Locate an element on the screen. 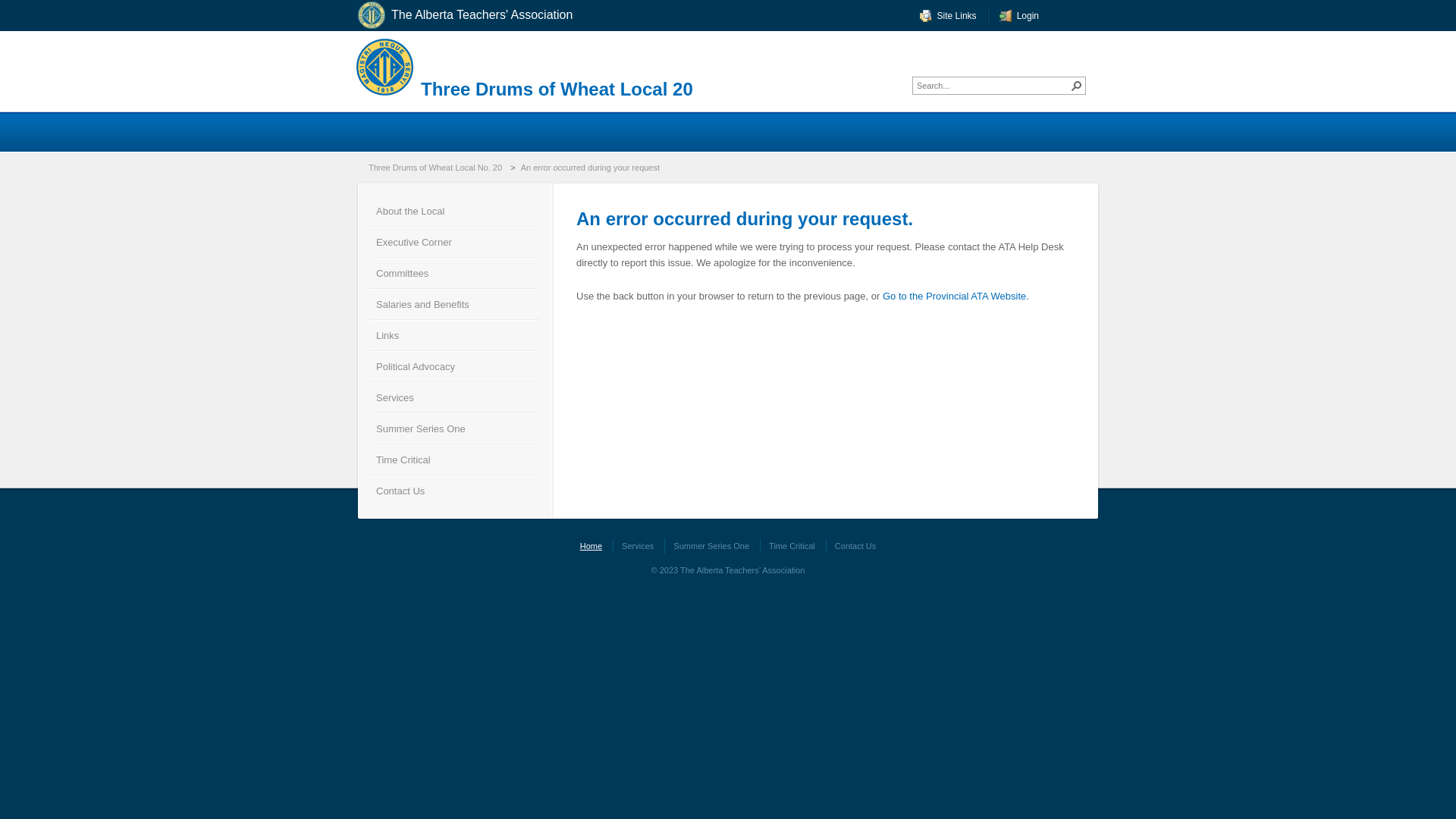 The width and height of the screenshot is (1456, 819). 'Search...' is located at coordinates (993, 85).